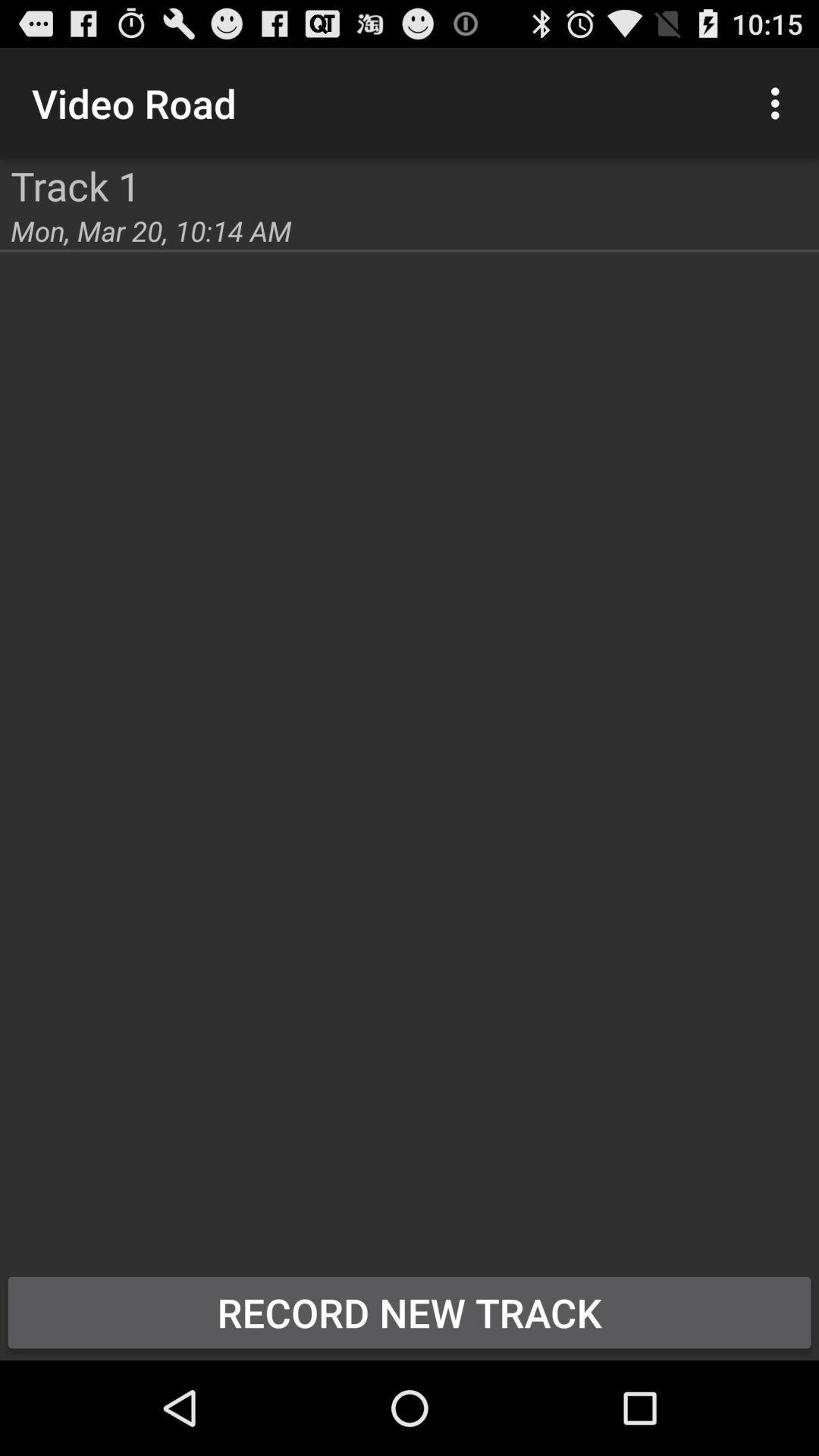 This screenshot has width=819, height=1456. Describe the element at coordinates (779, 102) in the screenshot. I see `icon next to the video road icon` at that location.